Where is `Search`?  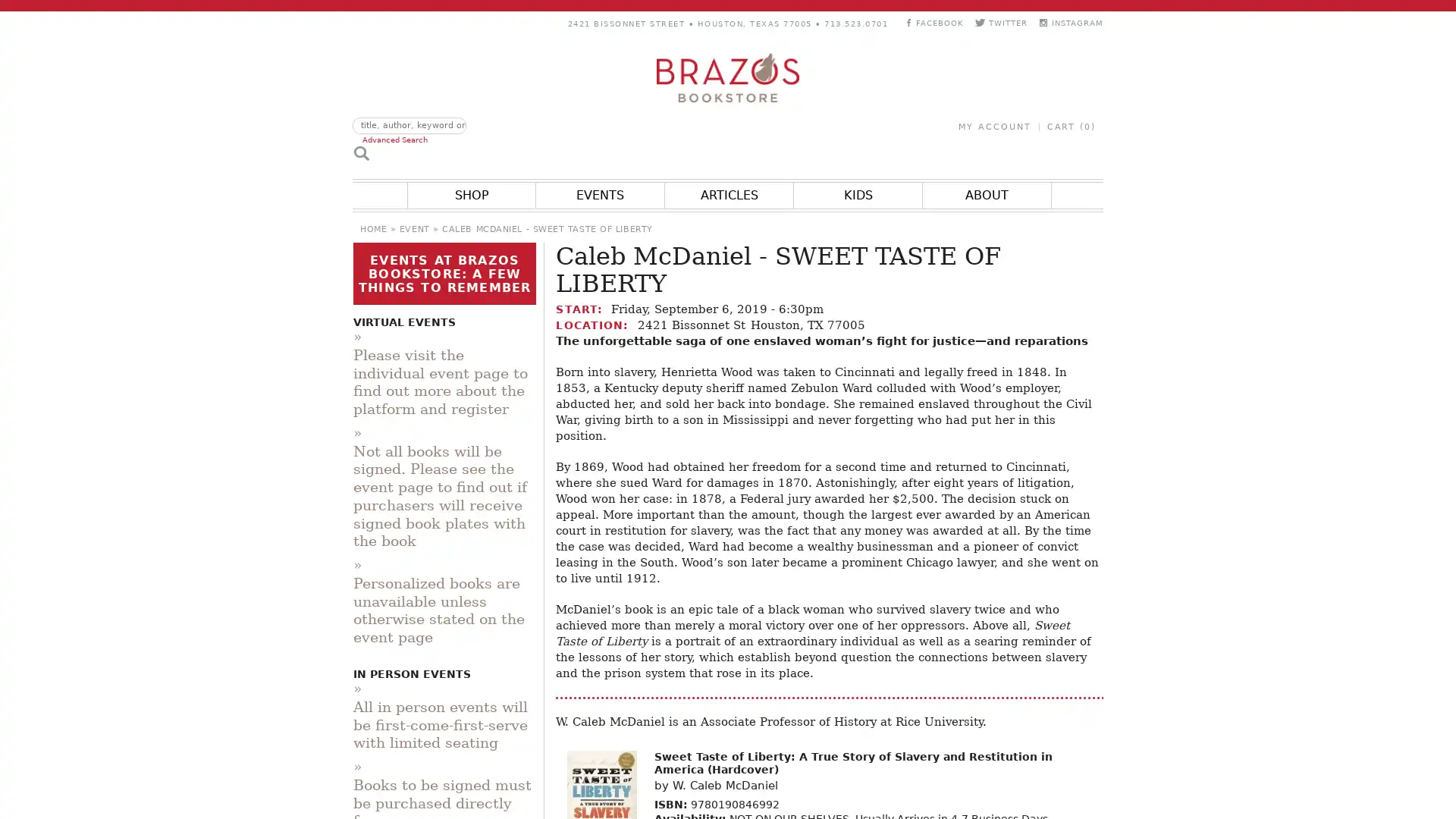 Search is located at coordinates (360, 152).